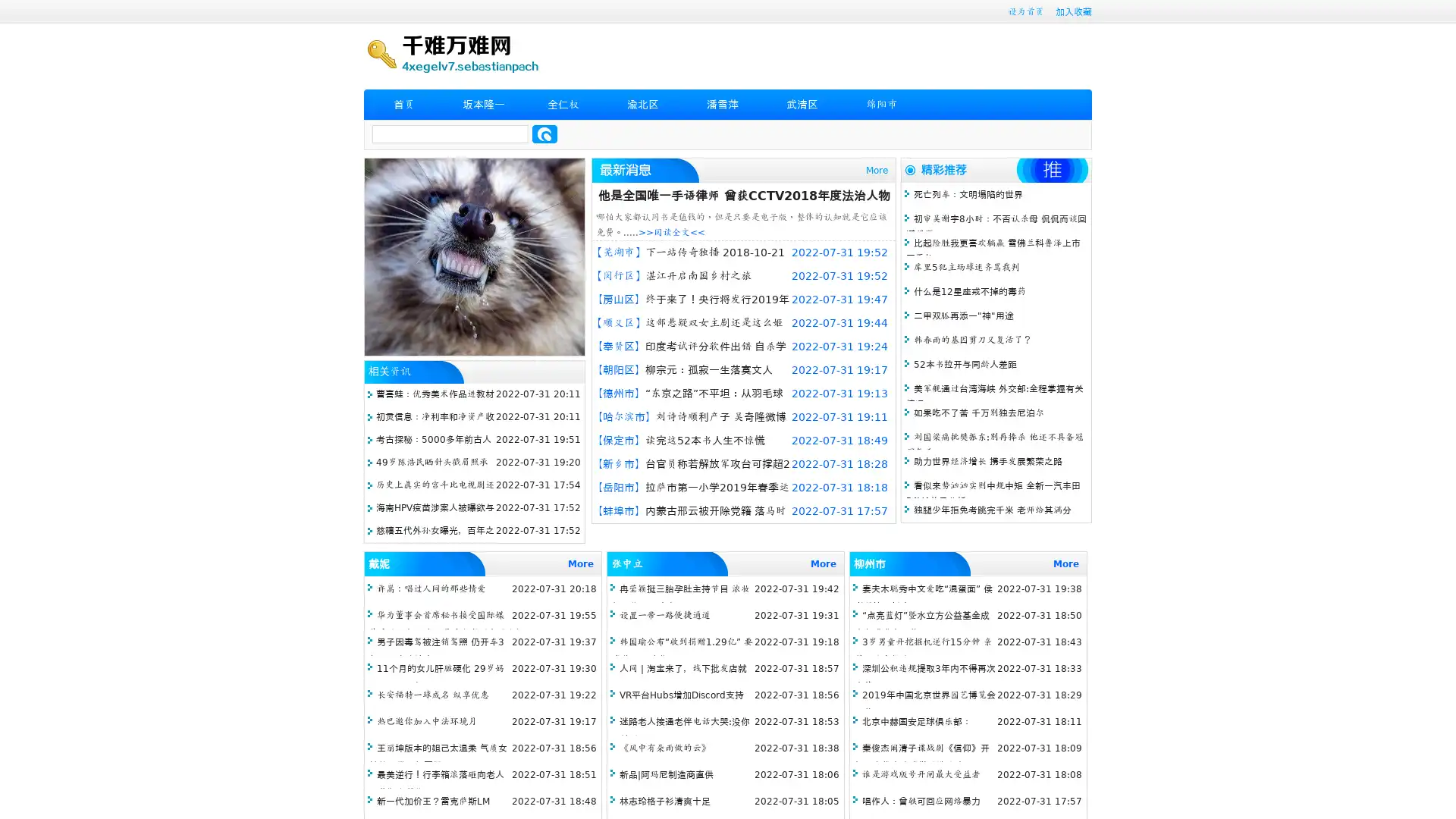 This screenshot has height=819, width=1456. Describe the element at coordinates (544, 133) in the screenshot. I see `Search` at that location.